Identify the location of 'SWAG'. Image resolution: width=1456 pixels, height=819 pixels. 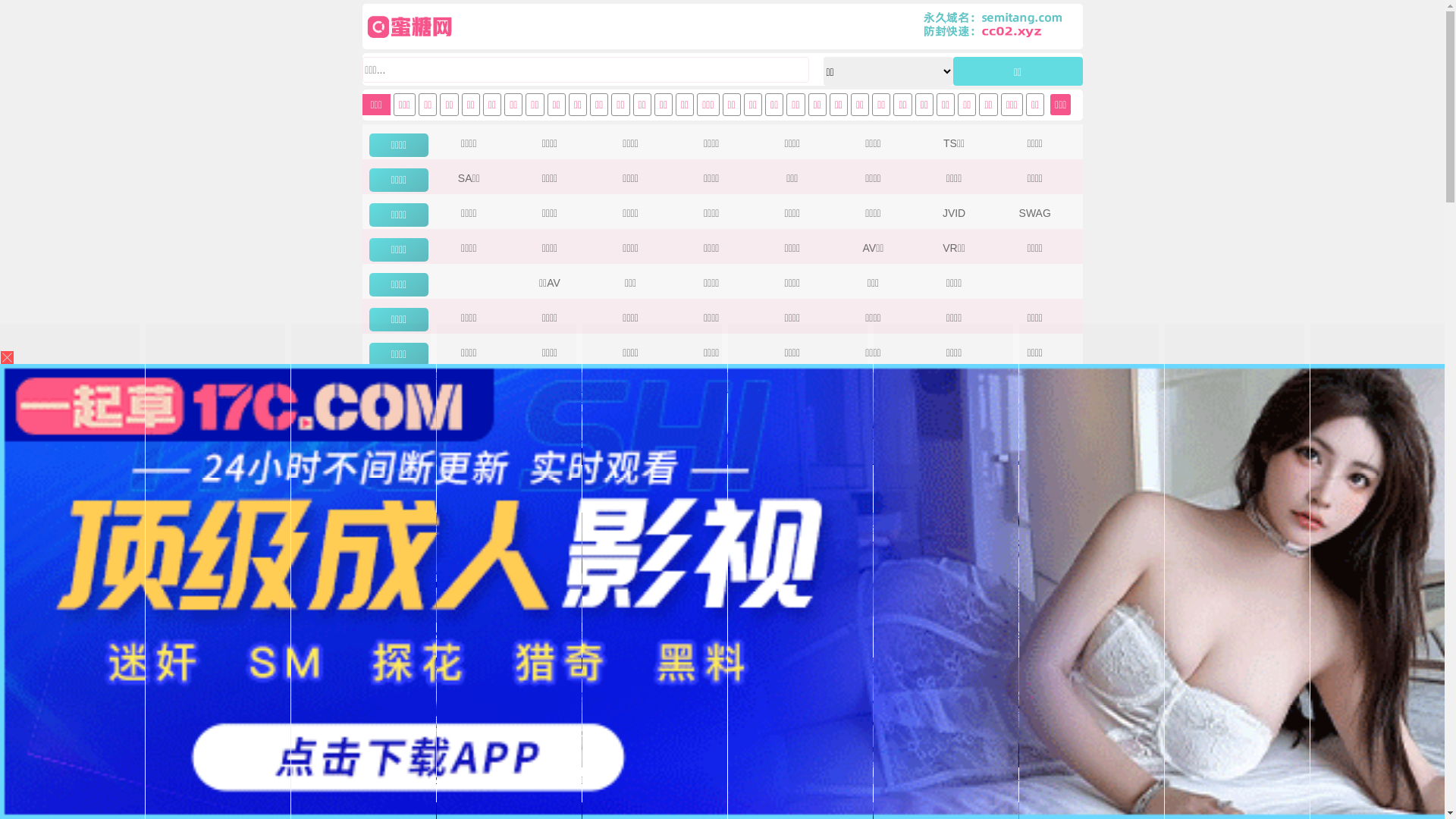
(1034, 213).